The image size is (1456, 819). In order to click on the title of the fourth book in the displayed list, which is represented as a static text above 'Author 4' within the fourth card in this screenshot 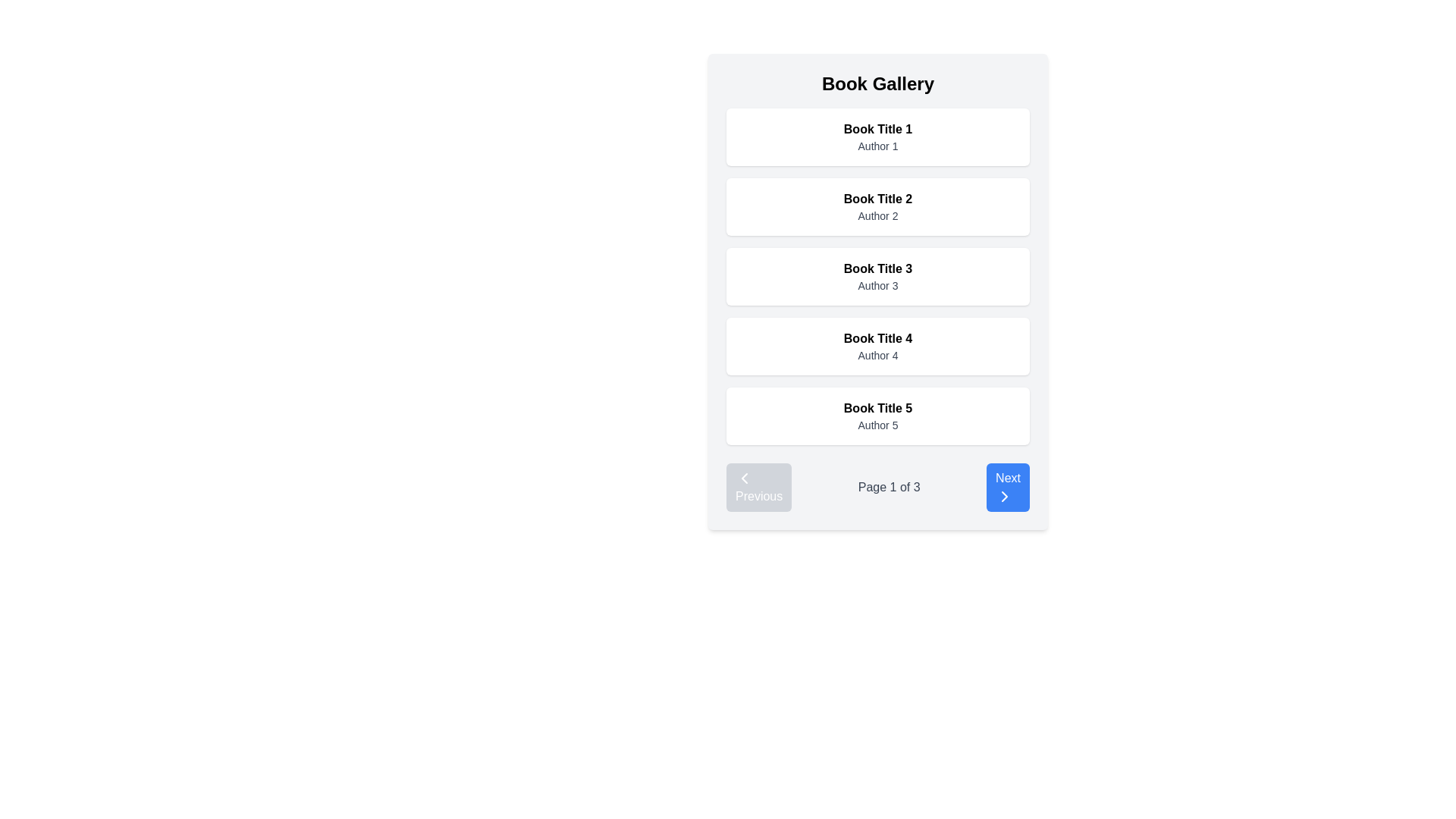, I will do `click(877, 338)`.